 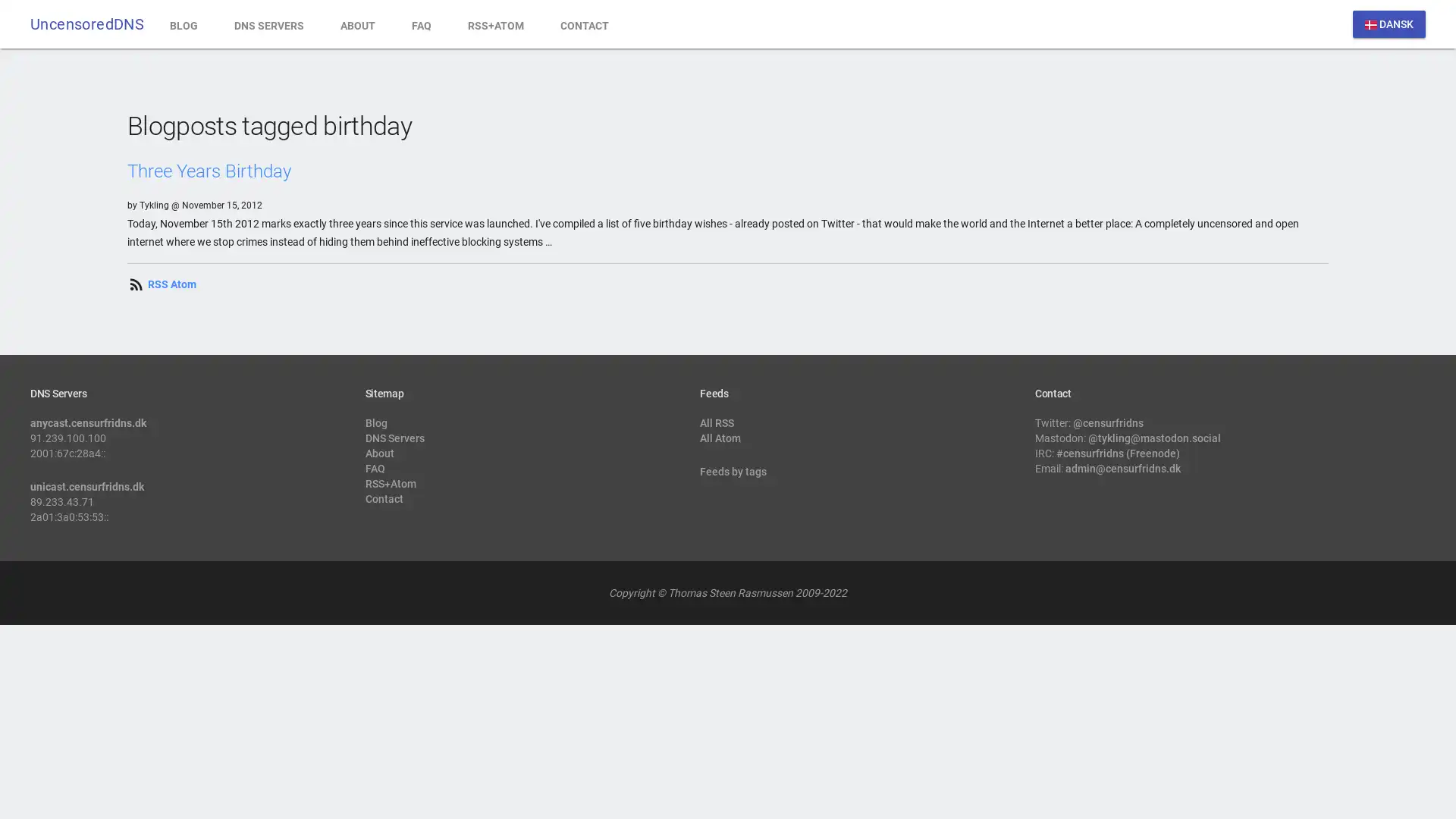 I want to click on dansk DANSK, so click(x=1389, y=24).